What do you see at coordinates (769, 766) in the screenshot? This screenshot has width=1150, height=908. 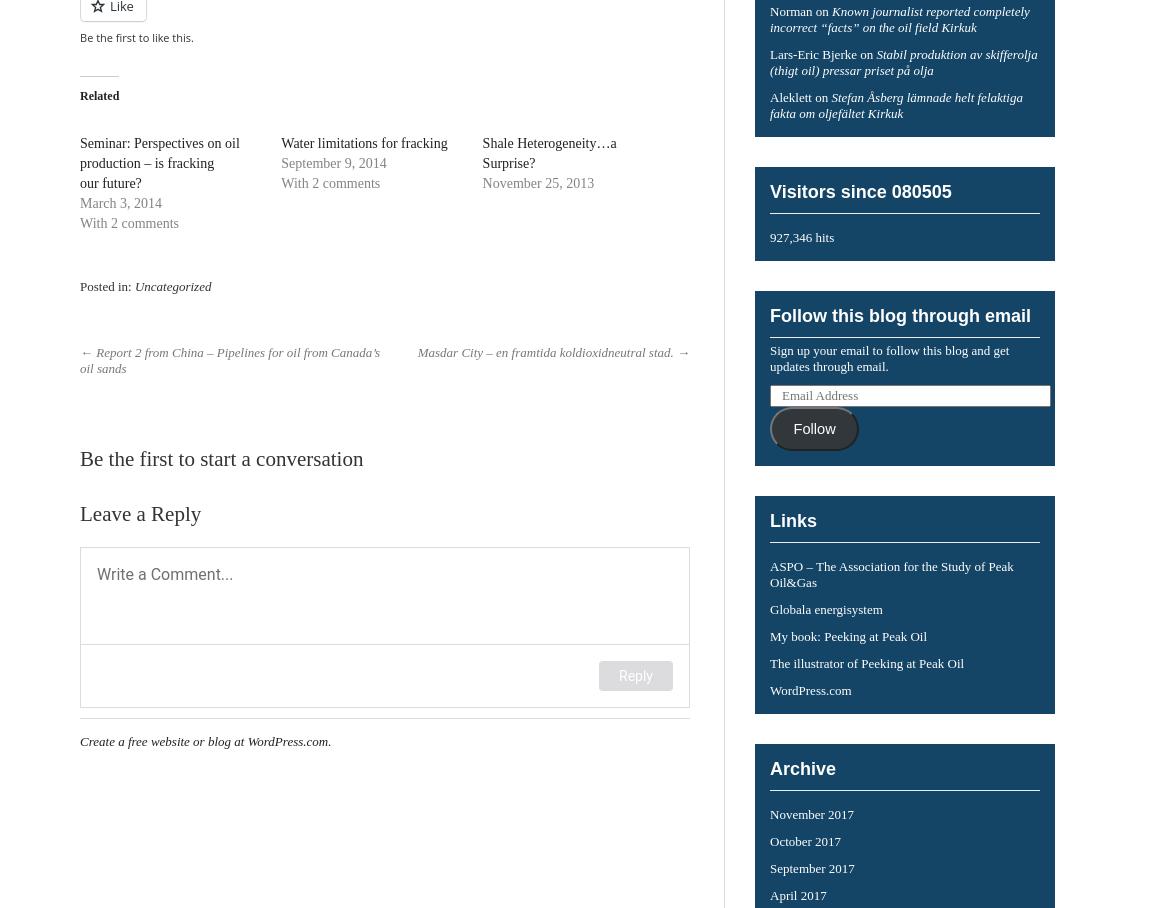 I see `'Archive'` at bounding box center [769, 766].